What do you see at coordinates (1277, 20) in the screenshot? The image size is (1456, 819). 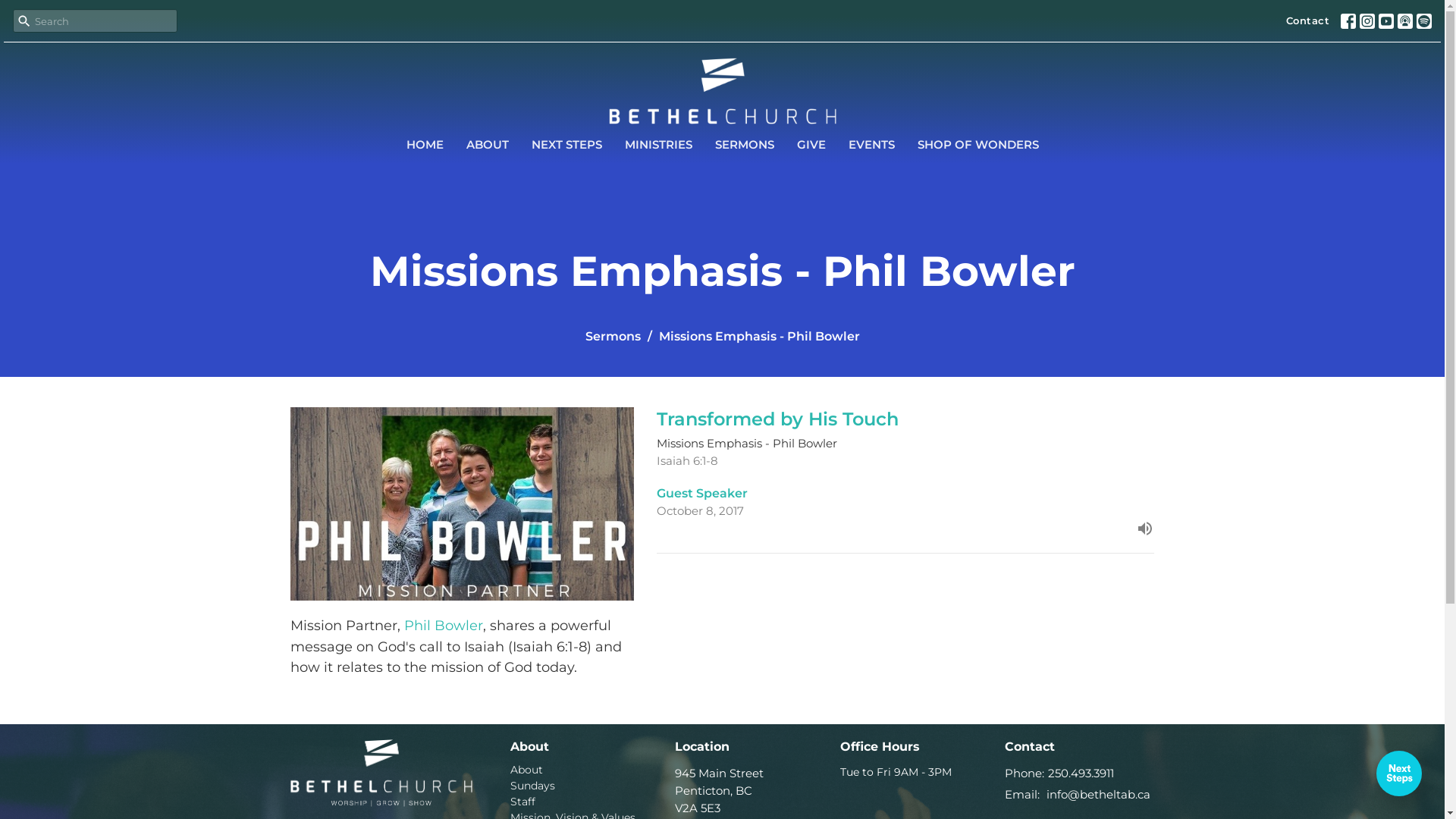 I see `'Contact'` at bounding box center [1277, 20].